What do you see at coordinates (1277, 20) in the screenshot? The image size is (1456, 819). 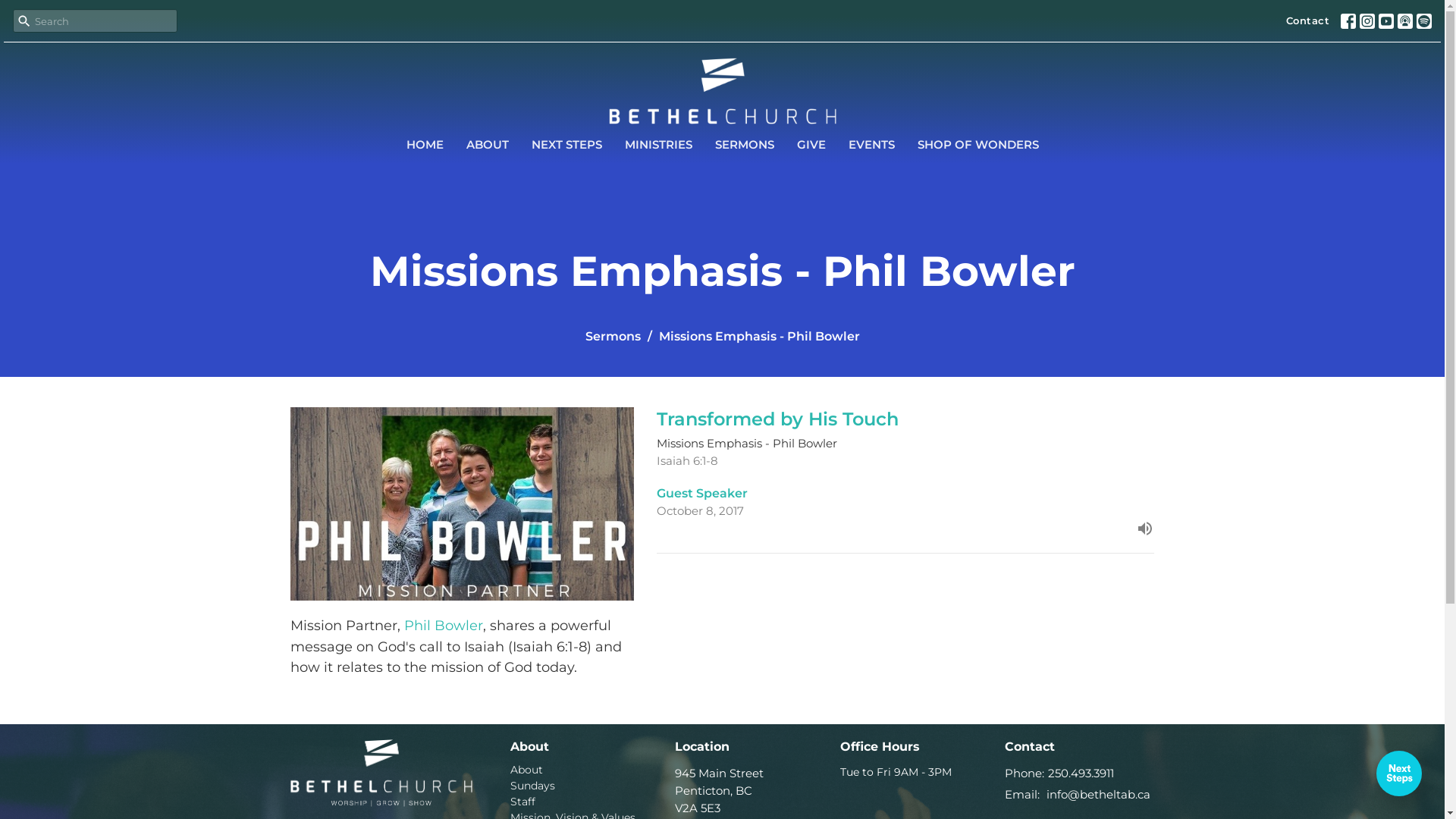 I see `'Contact'` at bounding box center [1277, 20].